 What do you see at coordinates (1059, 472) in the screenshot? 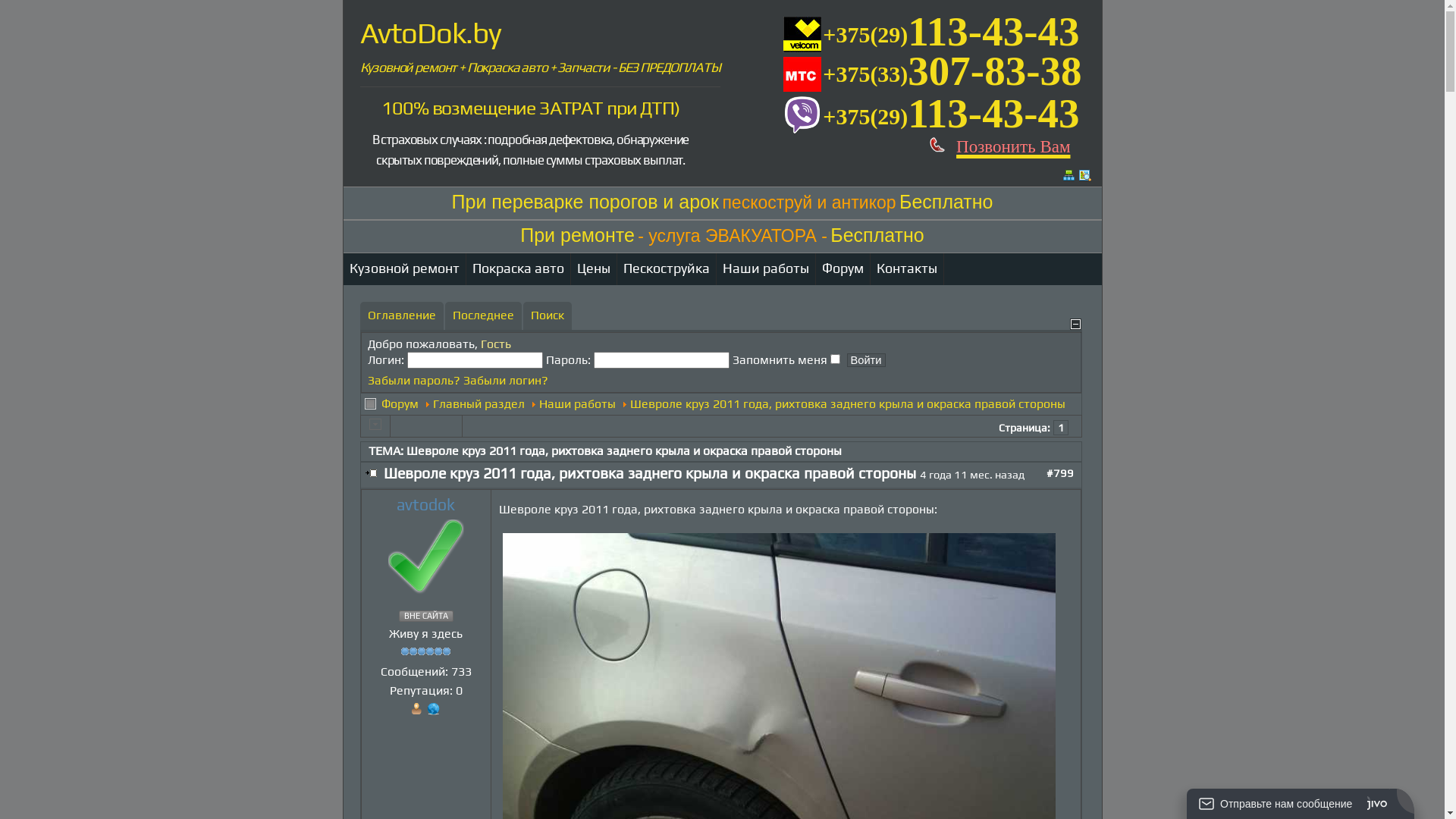
I see `'#799'` at bounding box center [1059, 472].